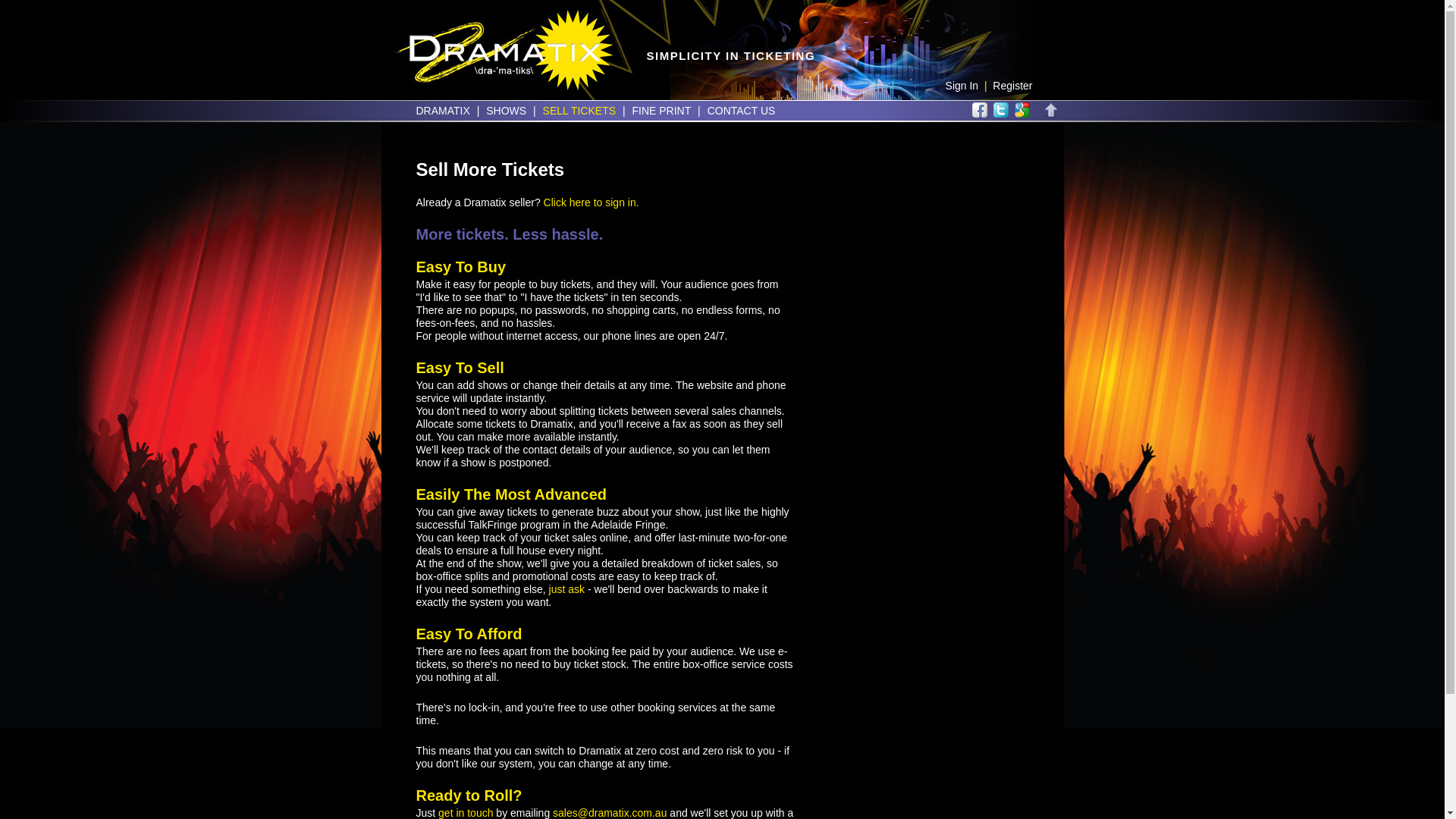 This screenshot has width=1456, height=819. I want to click on 'Register', so click(1012, 85).